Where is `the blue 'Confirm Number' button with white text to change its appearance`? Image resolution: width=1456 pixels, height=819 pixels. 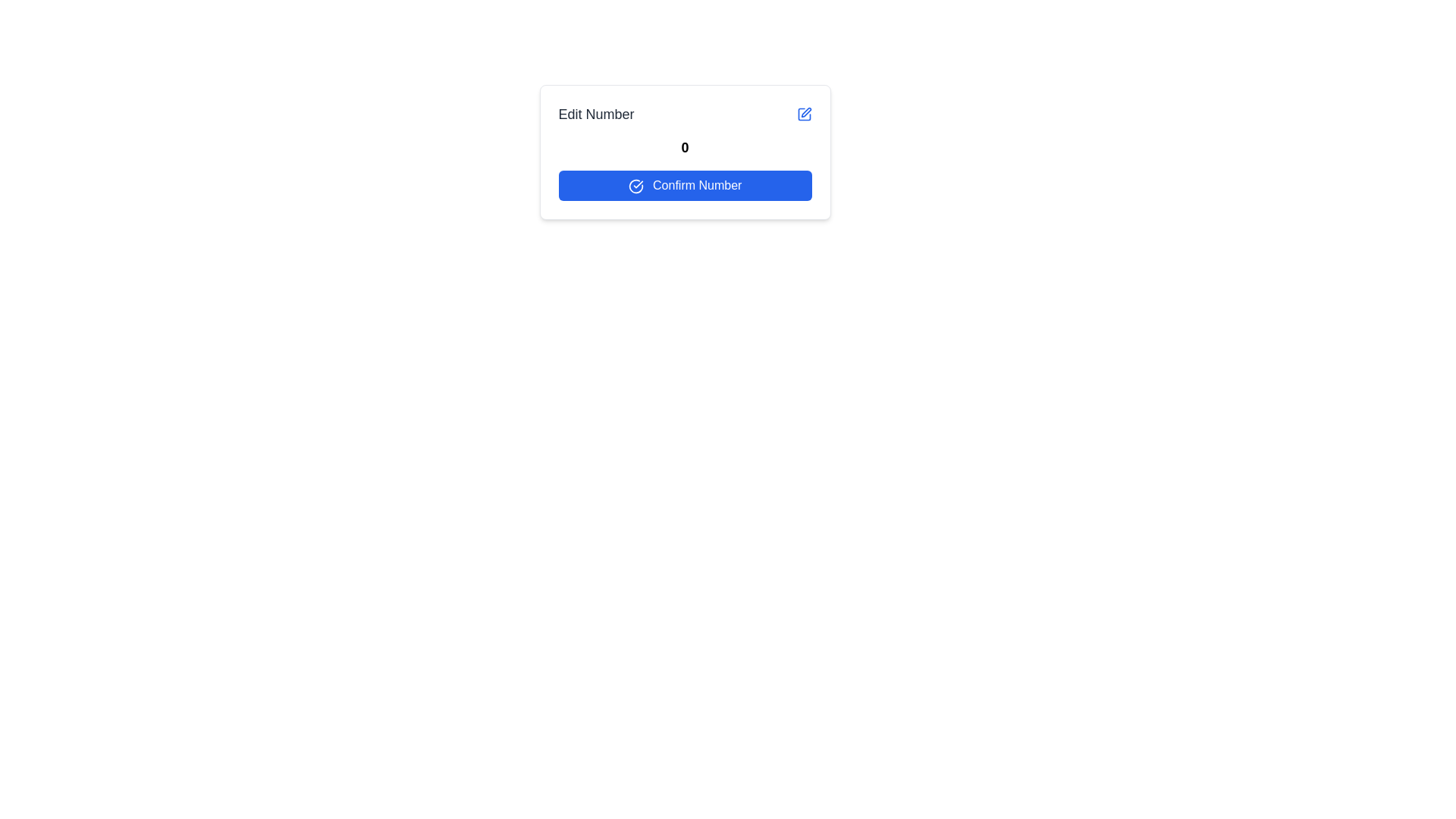 the blue 'Confirm Number' button with white text to change its appearance is located at coordinates (684, 185).